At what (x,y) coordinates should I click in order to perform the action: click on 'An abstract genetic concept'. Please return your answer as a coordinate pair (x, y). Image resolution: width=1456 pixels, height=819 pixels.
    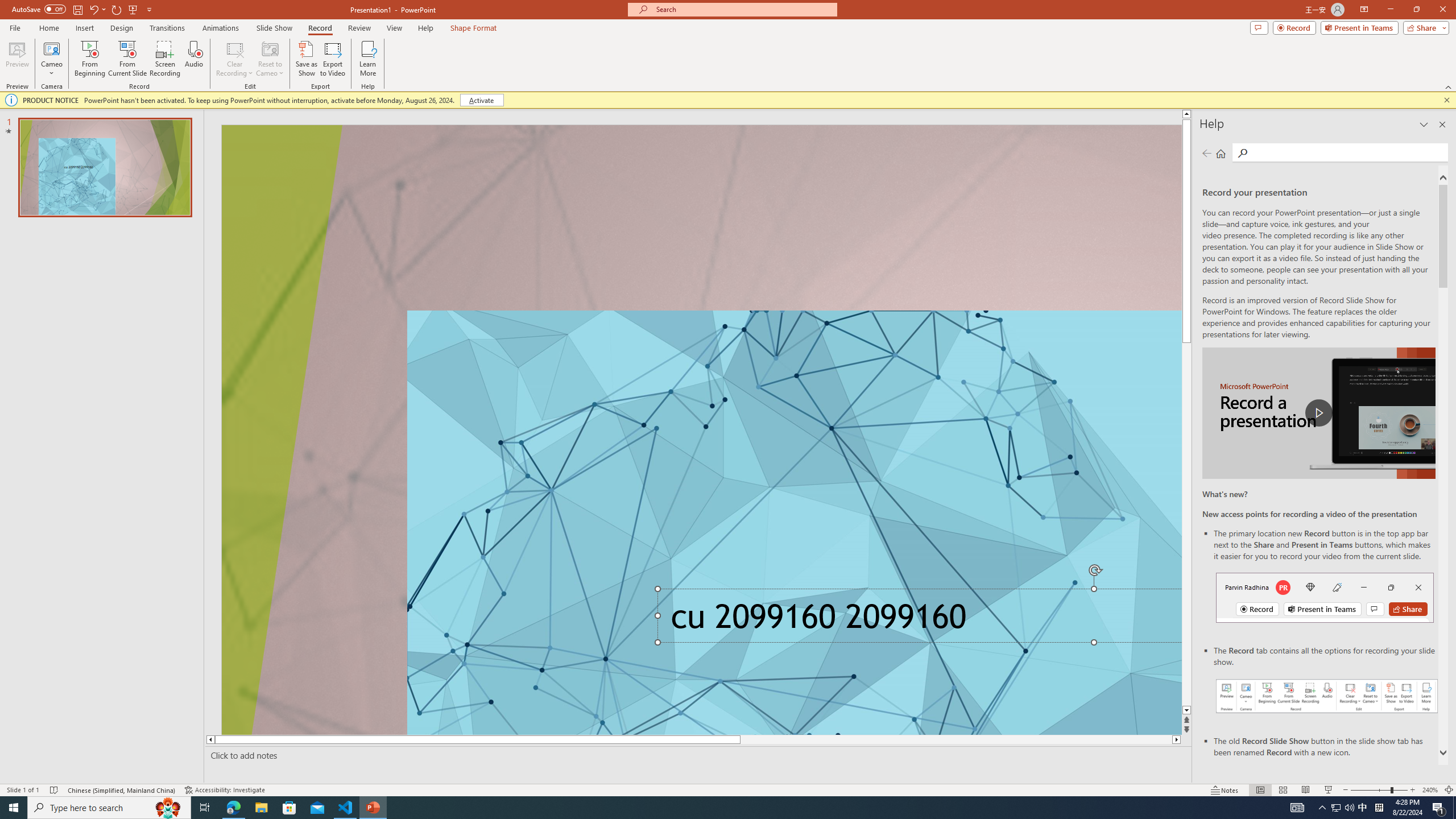
    Looking at the image, I should click on (701, 429).